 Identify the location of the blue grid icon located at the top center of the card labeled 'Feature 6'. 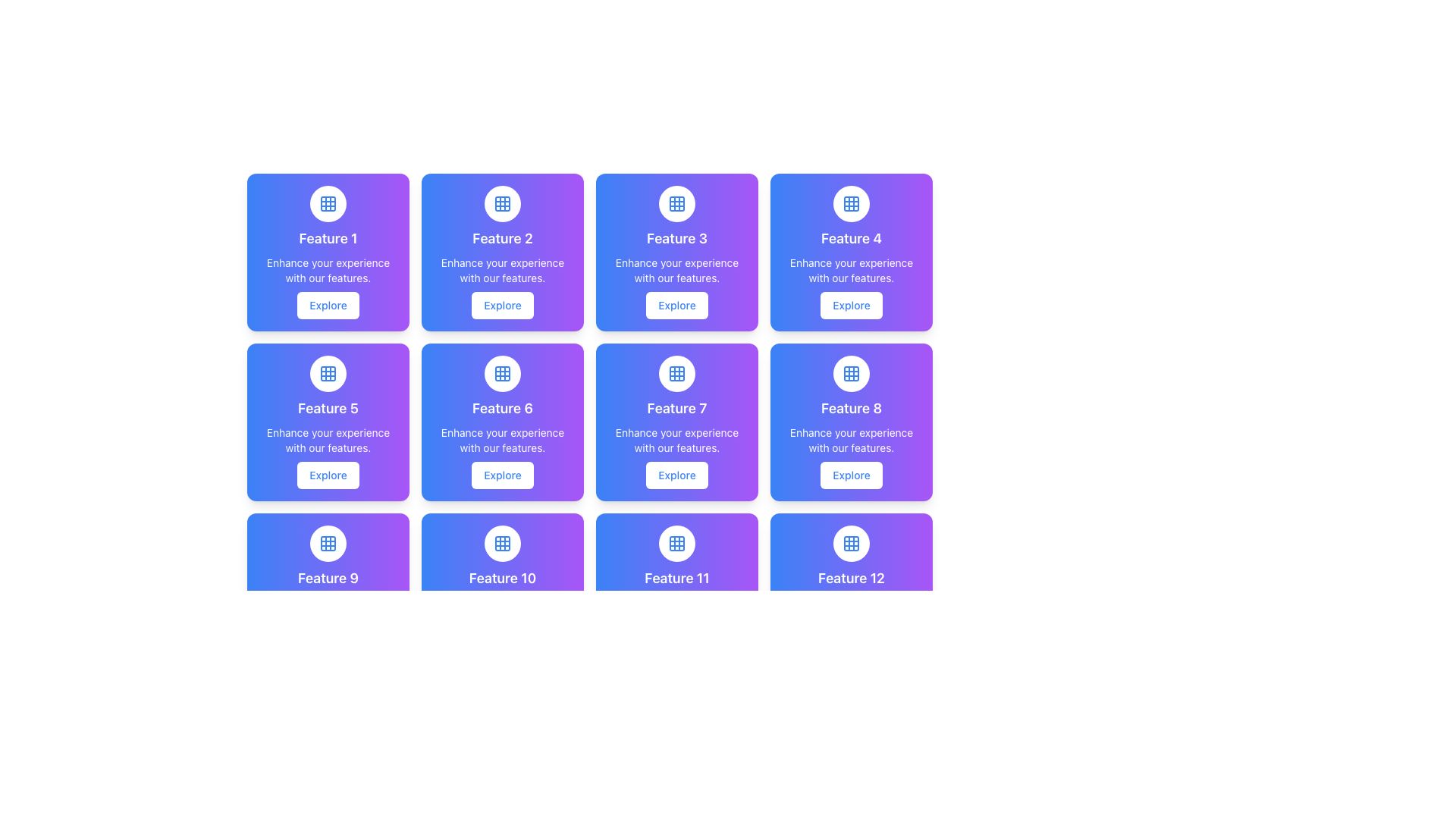
(502, 374).